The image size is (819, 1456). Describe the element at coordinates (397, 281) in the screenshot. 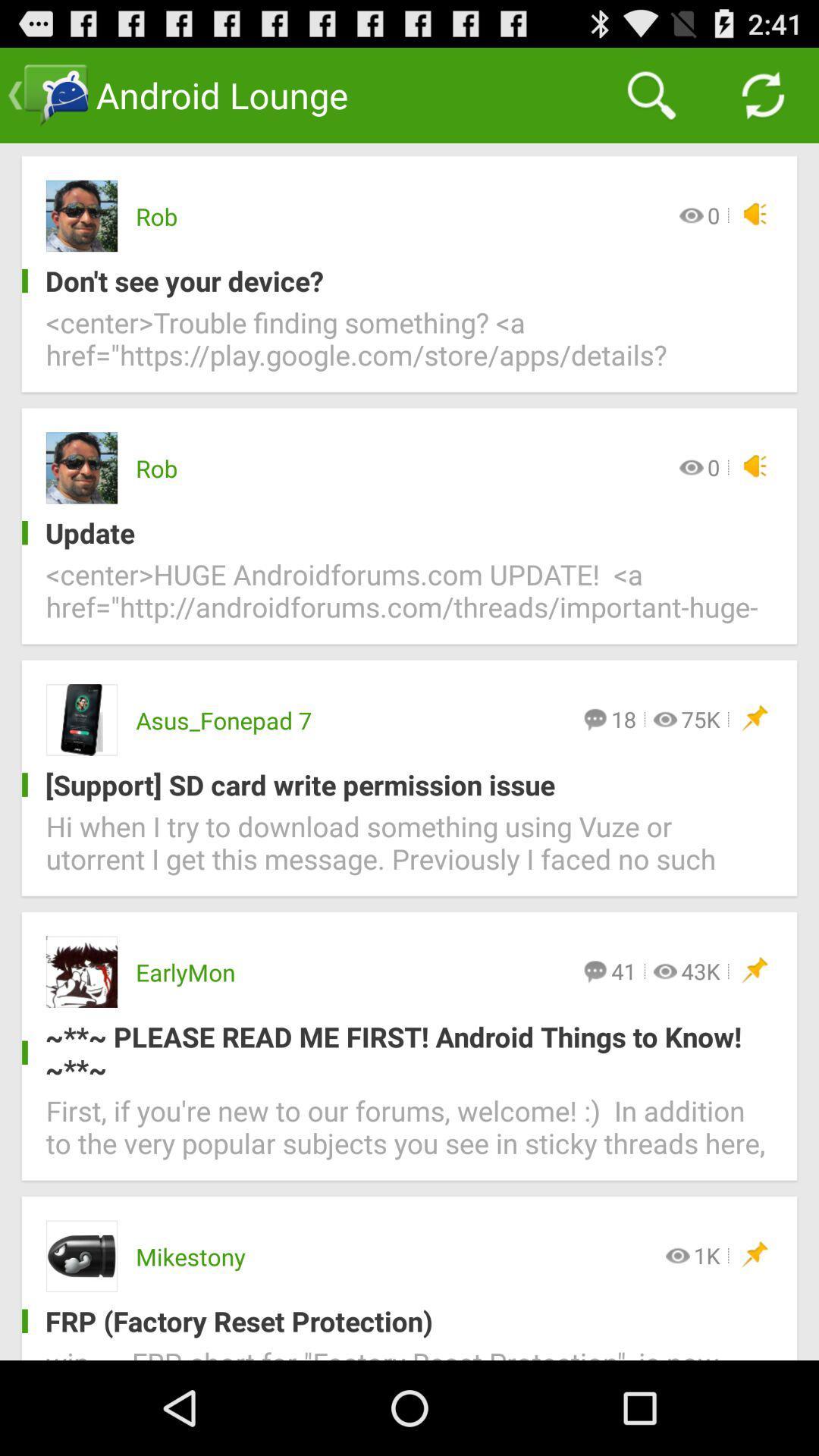

I see `the item above the center trouble finding item` at that location.